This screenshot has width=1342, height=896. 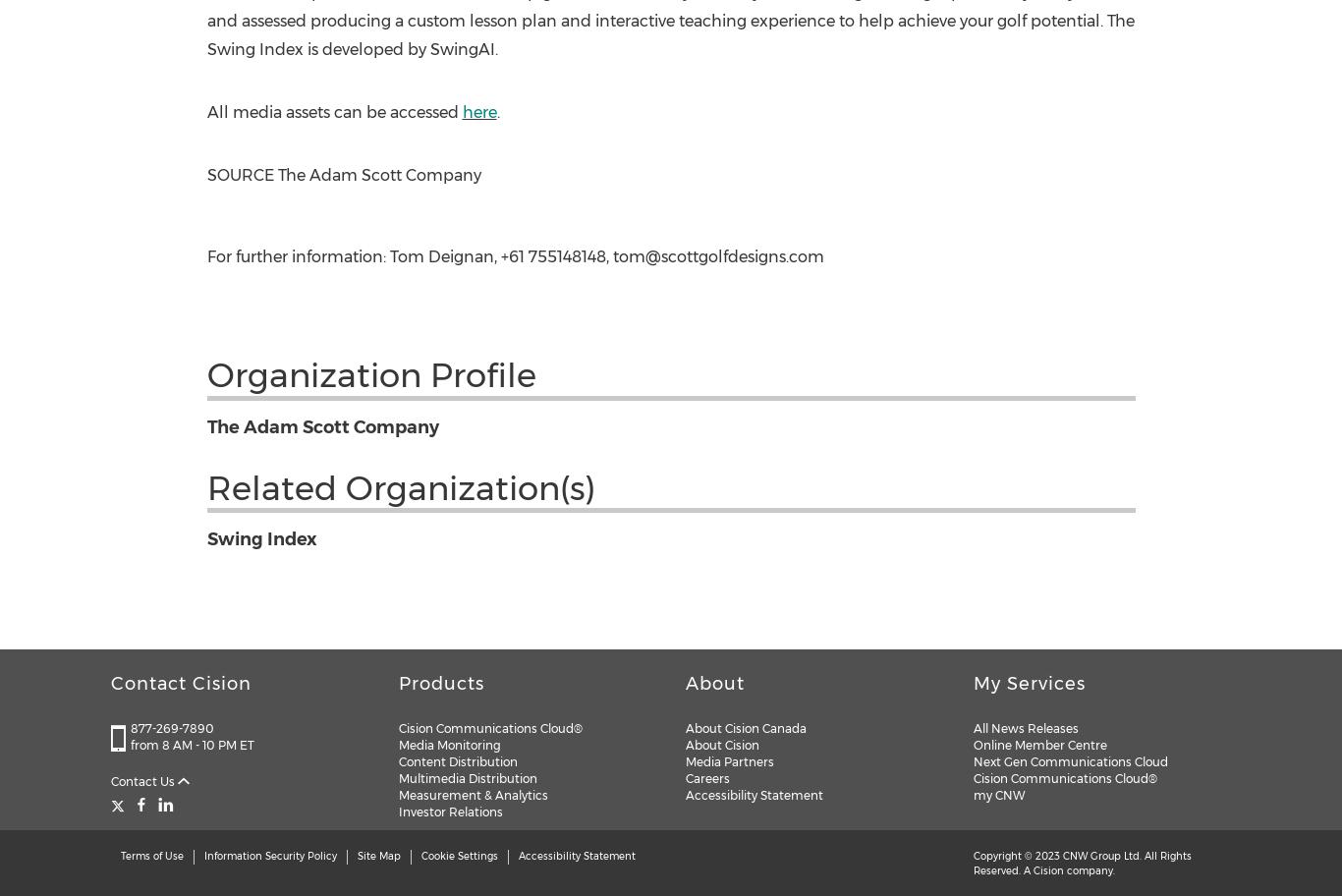 What do you see at coordinates (729, 760) in the screenshot?
I see `'Media Partners'` at bounding box center [729, 760].